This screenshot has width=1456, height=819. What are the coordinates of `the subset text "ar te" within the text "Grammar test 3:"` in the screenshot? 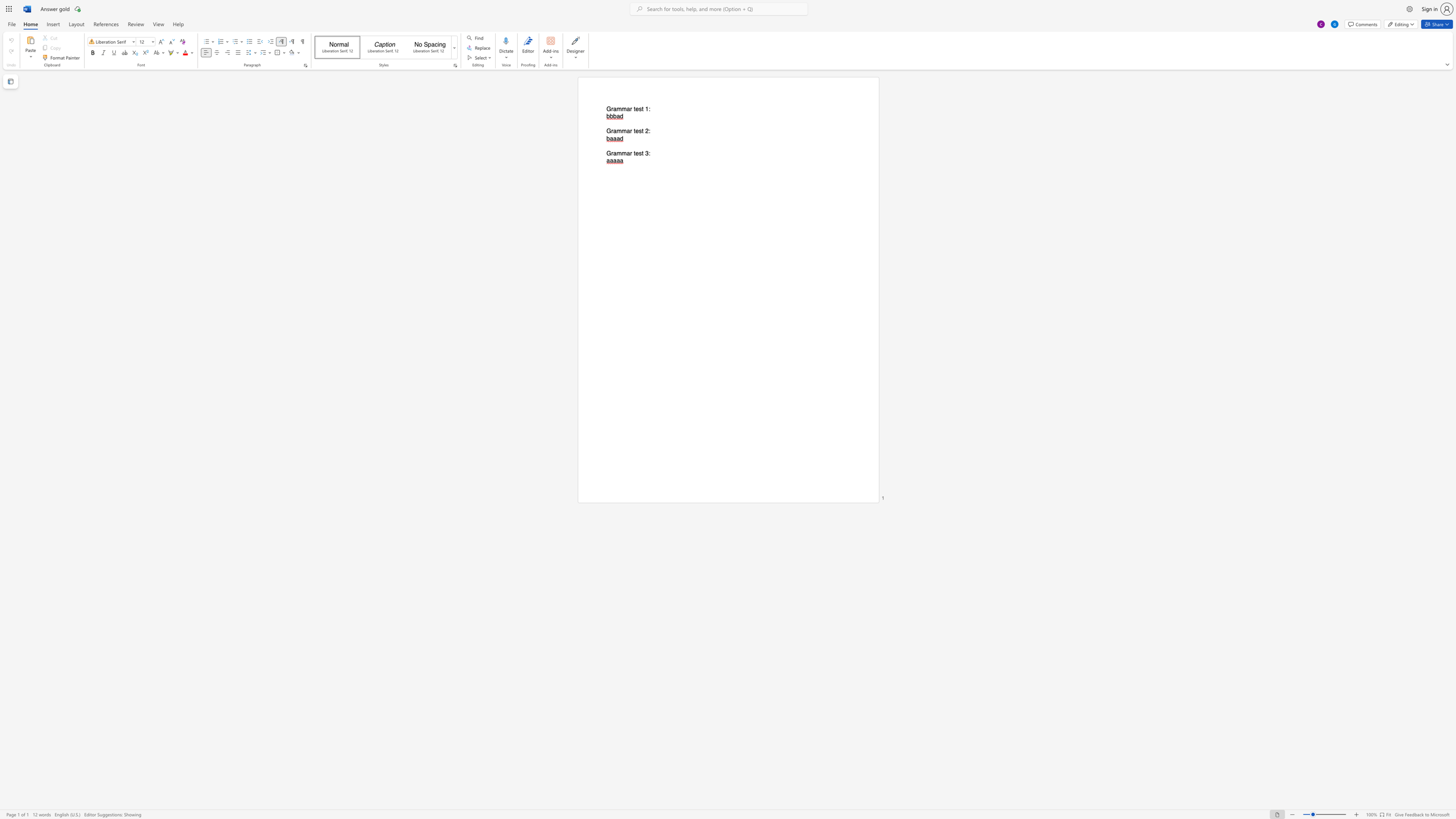 It's located at (626, 153).